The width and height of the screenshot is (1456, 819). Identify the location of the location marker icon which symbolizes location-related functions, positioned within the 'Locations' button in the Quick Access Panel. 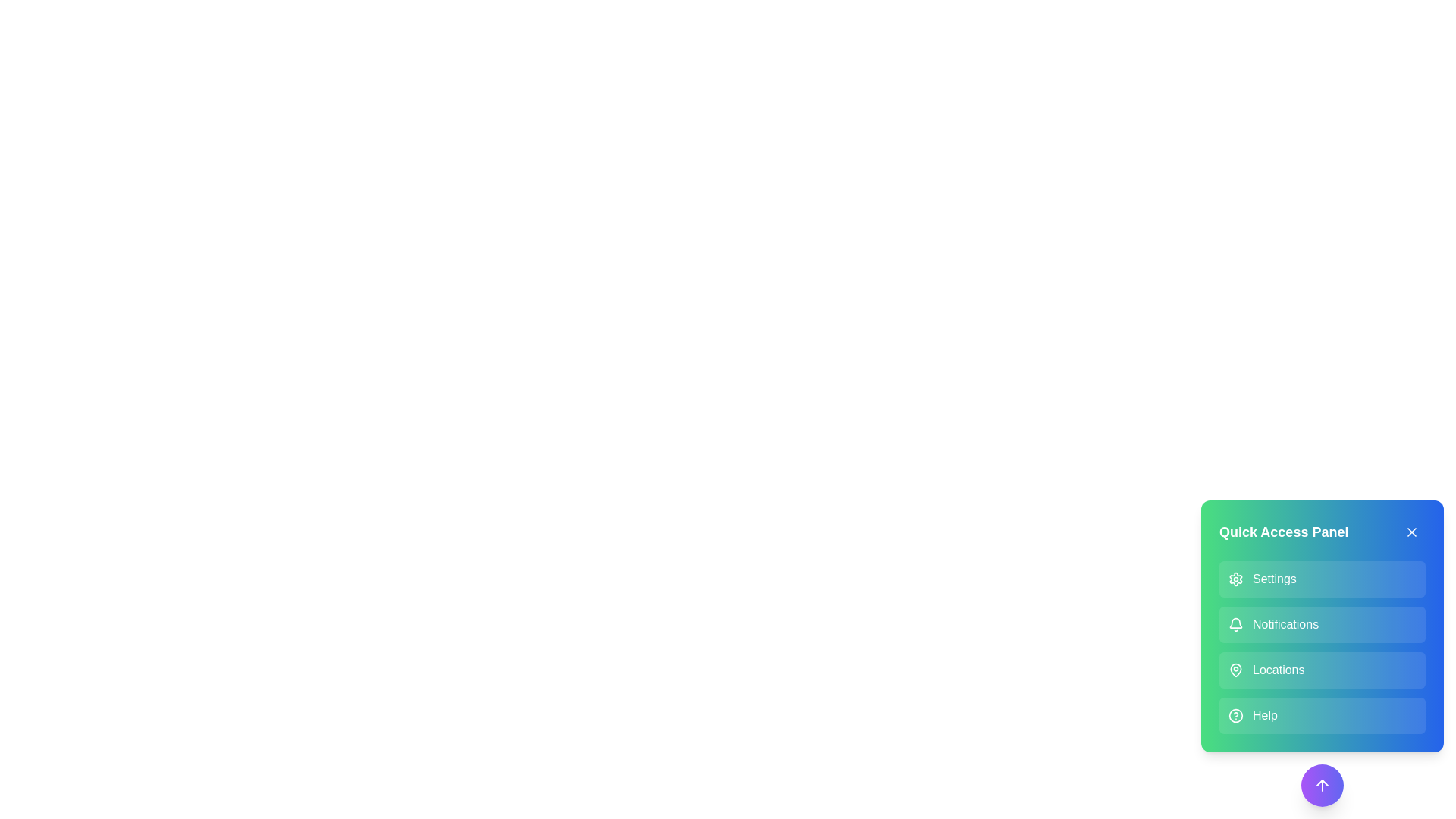
(1236, 669).